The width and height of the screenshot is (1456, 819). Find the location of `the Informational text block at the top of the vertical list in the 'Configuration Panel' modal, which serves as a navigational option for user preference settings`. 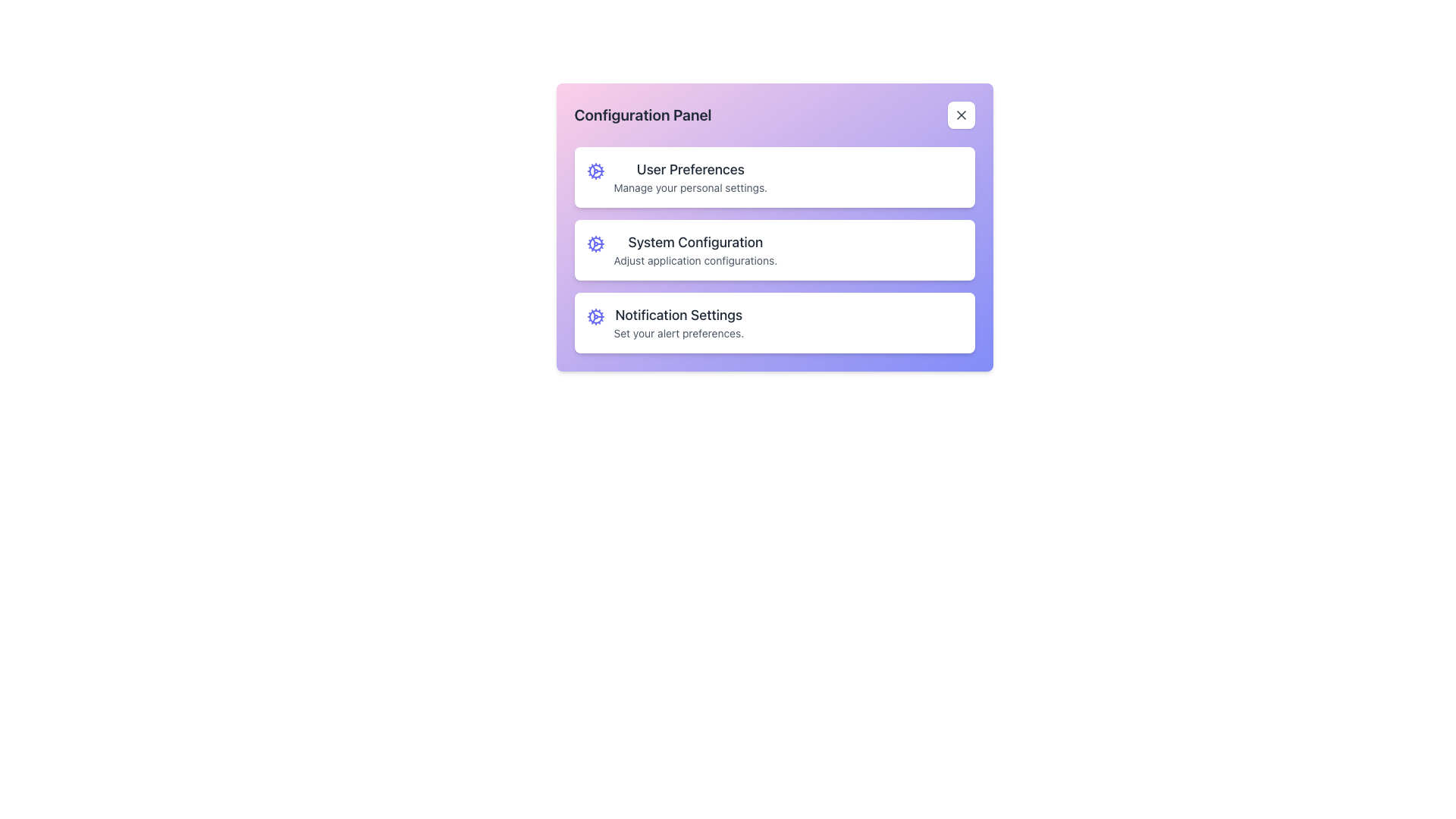

the Informational text block at the top of the vertical list in the 'Configuration Panel' modal, which serves as a navigational option for user preference settings is located at coordinates (689, 177).